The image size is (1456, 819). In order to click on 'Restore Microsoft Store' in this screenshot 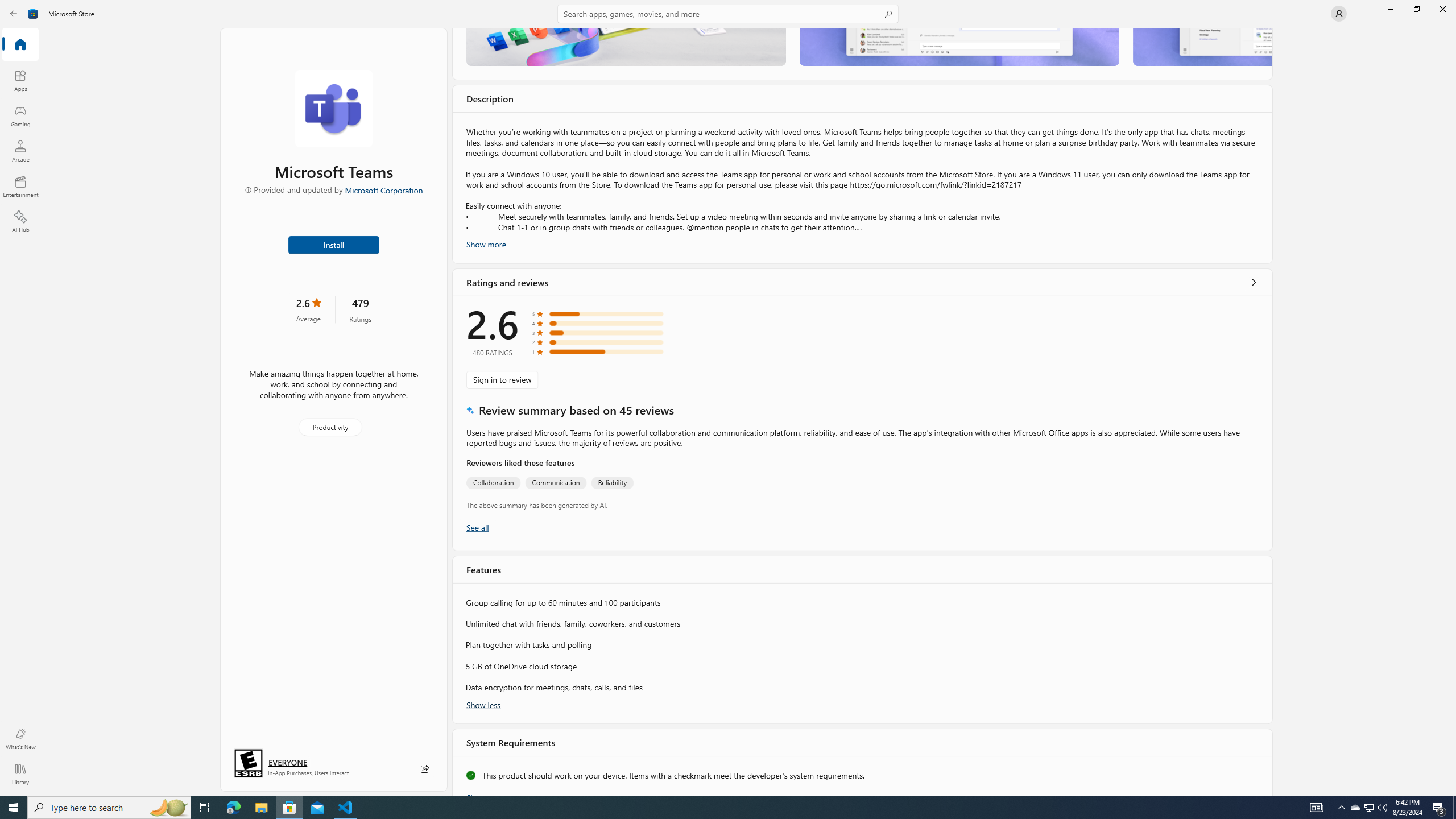, I will do `click(1416, 9)`.